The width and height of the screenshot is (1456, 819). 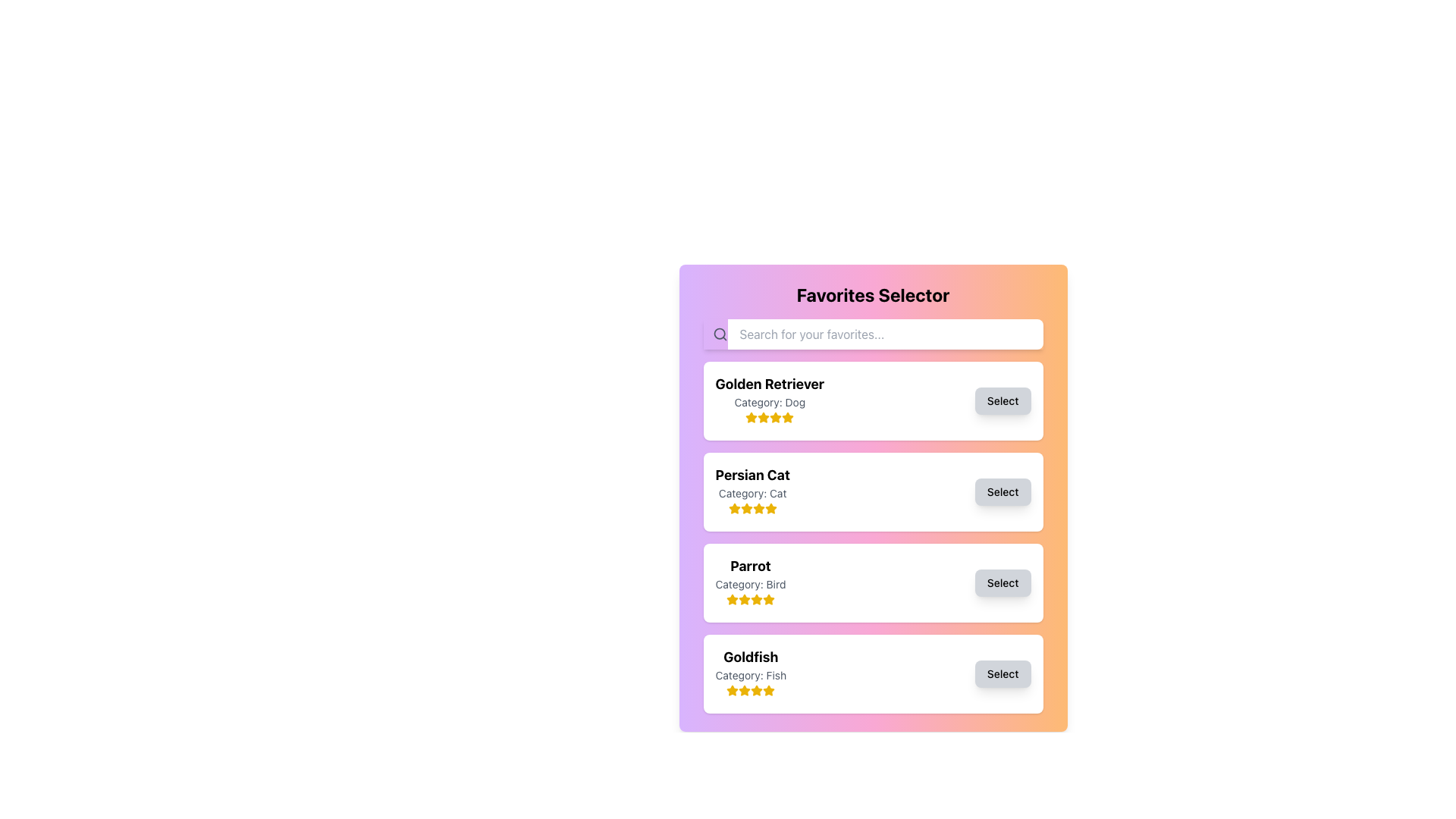 What do you see at coordinates (758, 509) in the screenshot?
I see `the fourth yellow star icon in the star rating indicator for the 'Persian Cat' to record a rating` at bounding box center [758, 509].